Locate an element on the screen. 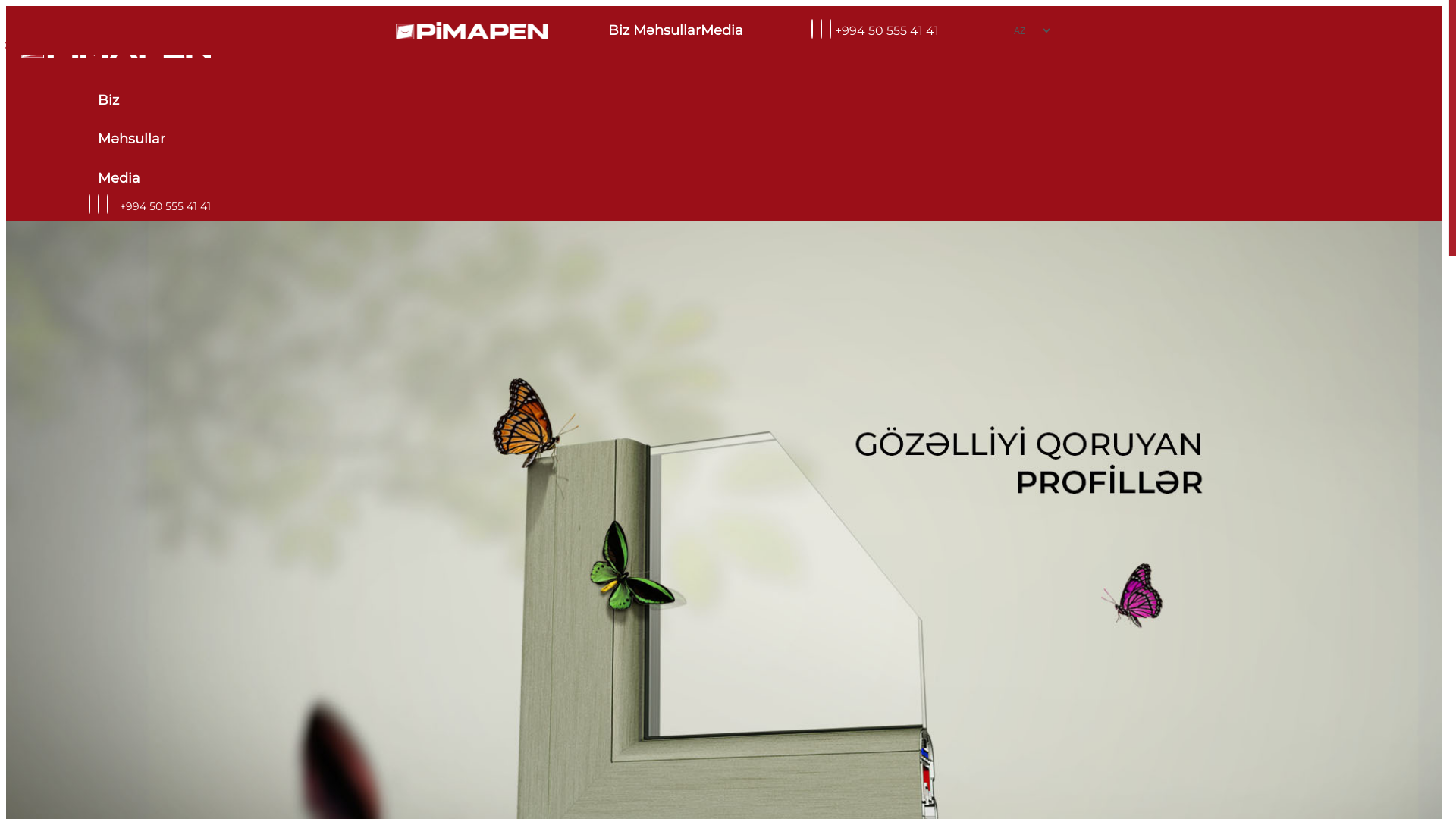 The image size is (1456, 819). 'BLOQ' is located at coordinates (107, 44).